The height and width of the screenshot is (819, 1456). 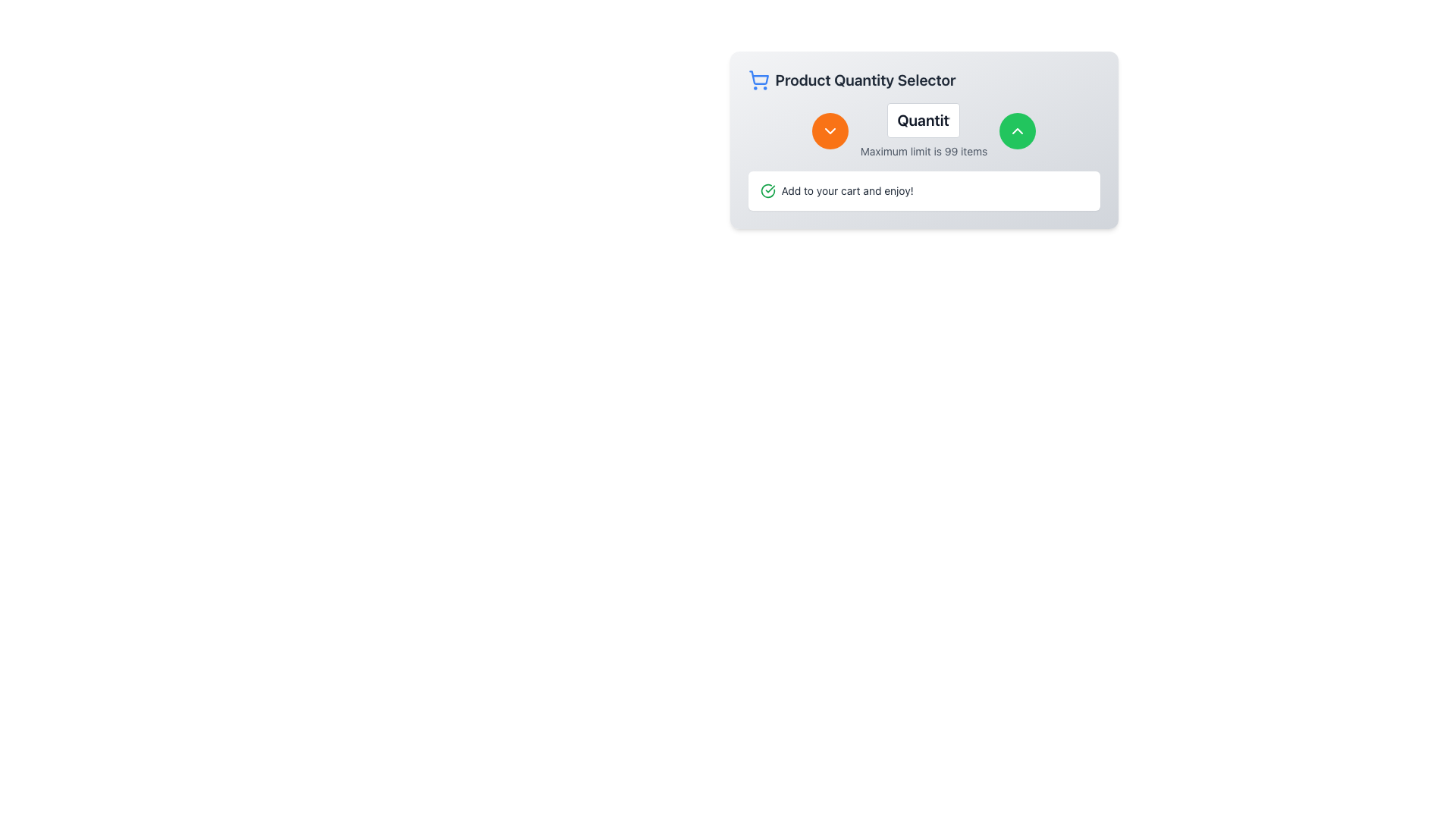 What do you see at coordinates (829, 130) in the screenshot?
I see `the decrease quantity button located on the left side of the quantity selection interface` at bounding box center [829, 130].